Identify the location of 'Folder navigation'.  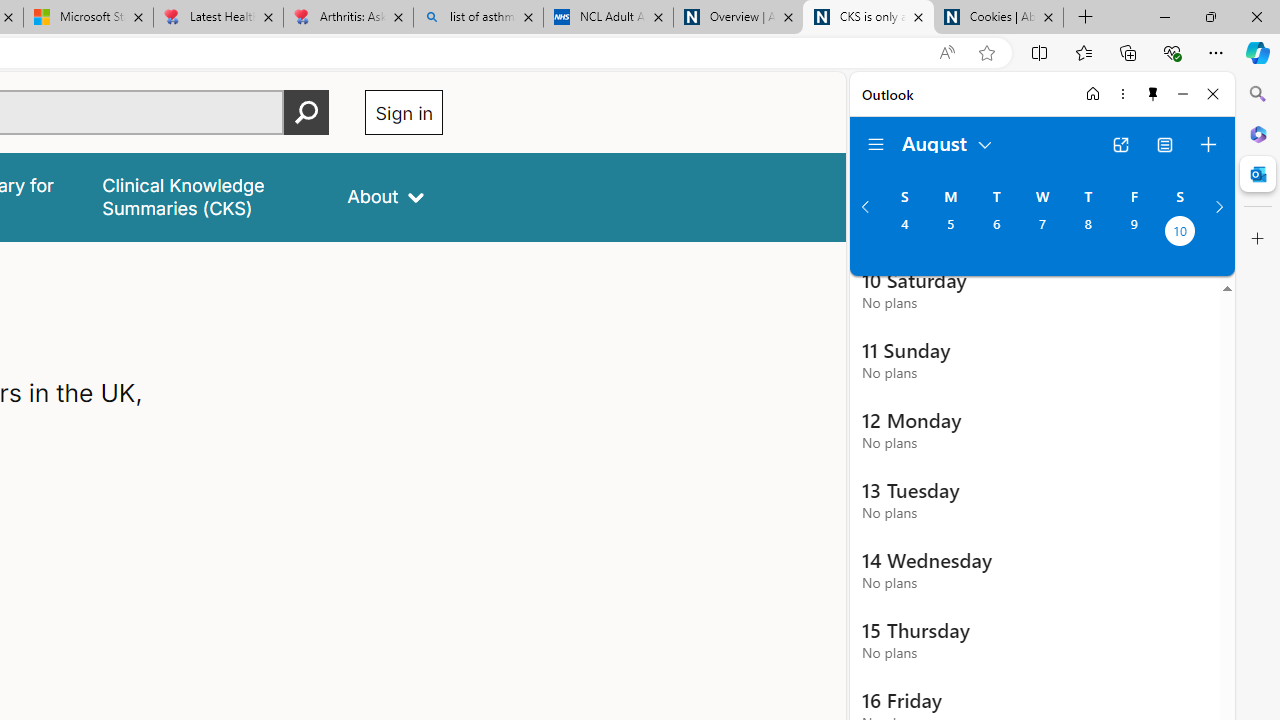
(876, 144).